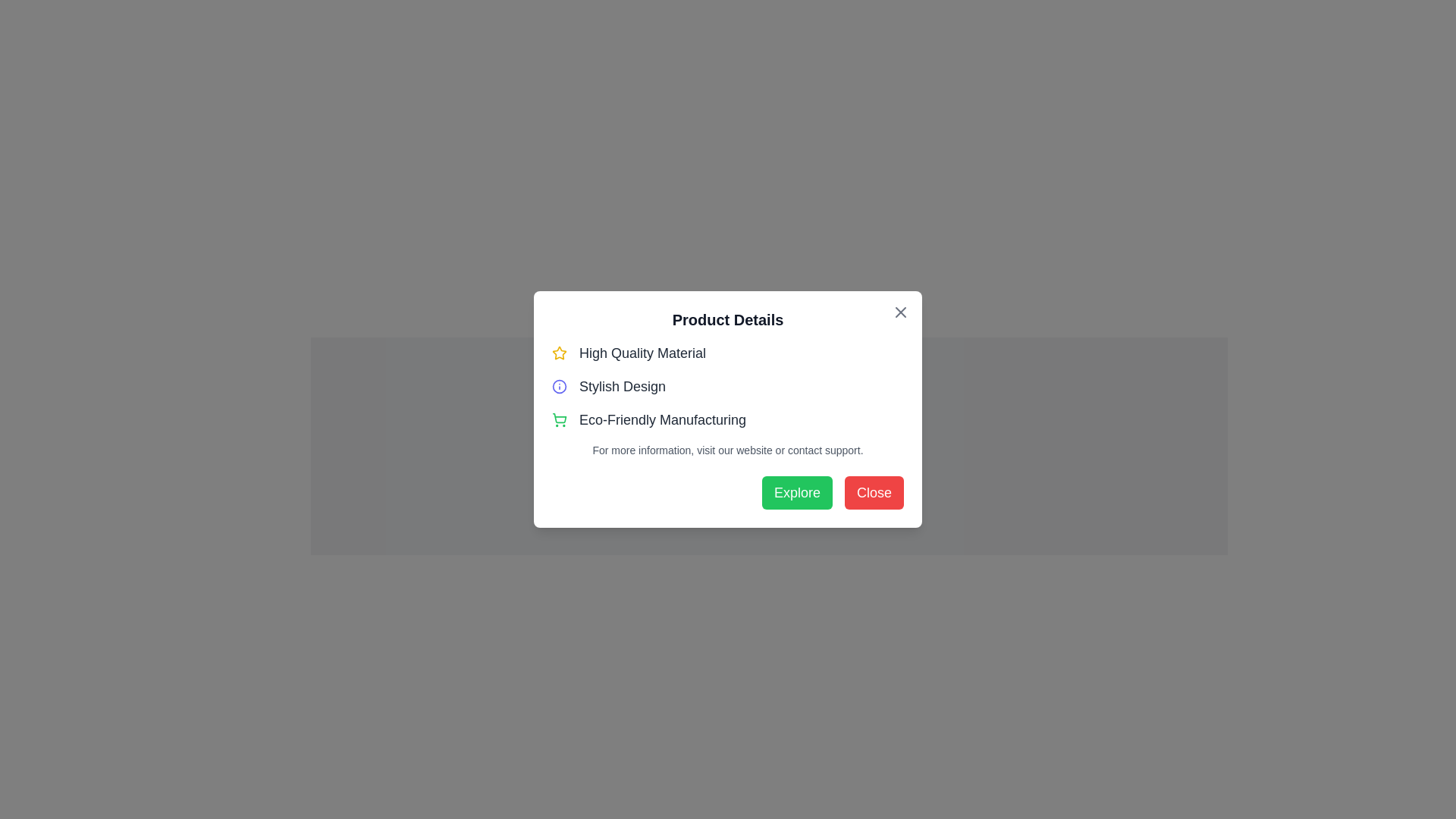 This screenshot has width=1456, height=819. Describe the element at coordinates (901, 312) in the screenshot. I see `the close button located at the top-right corner of the dialog box to change its visual state` at that location.